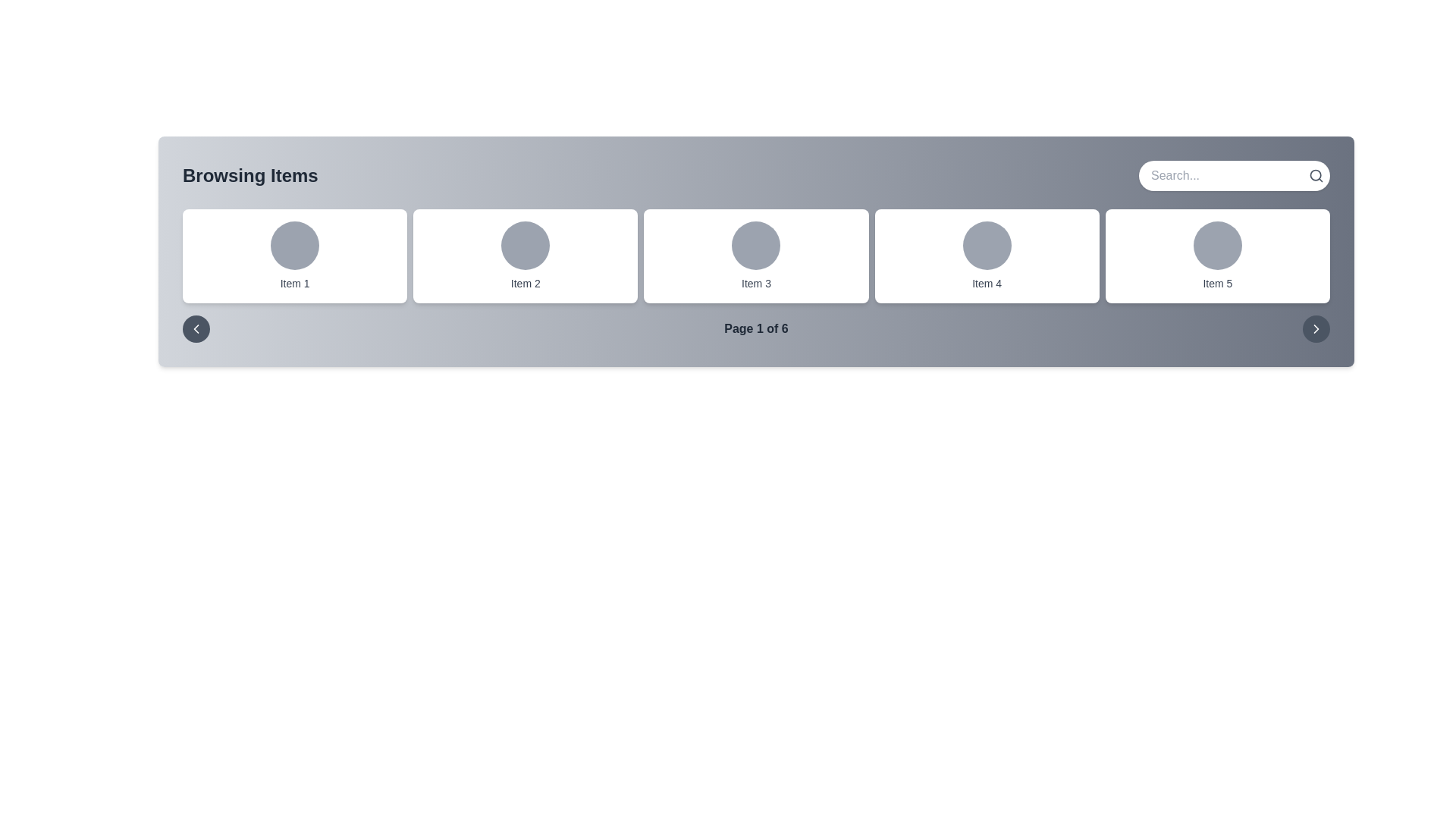  What do you see at coordinates (525, 256) in the screenshot?
I see `the second card in a horizontally aligned grid of five items for selection or information purposes` at bounding box center [525, 256].